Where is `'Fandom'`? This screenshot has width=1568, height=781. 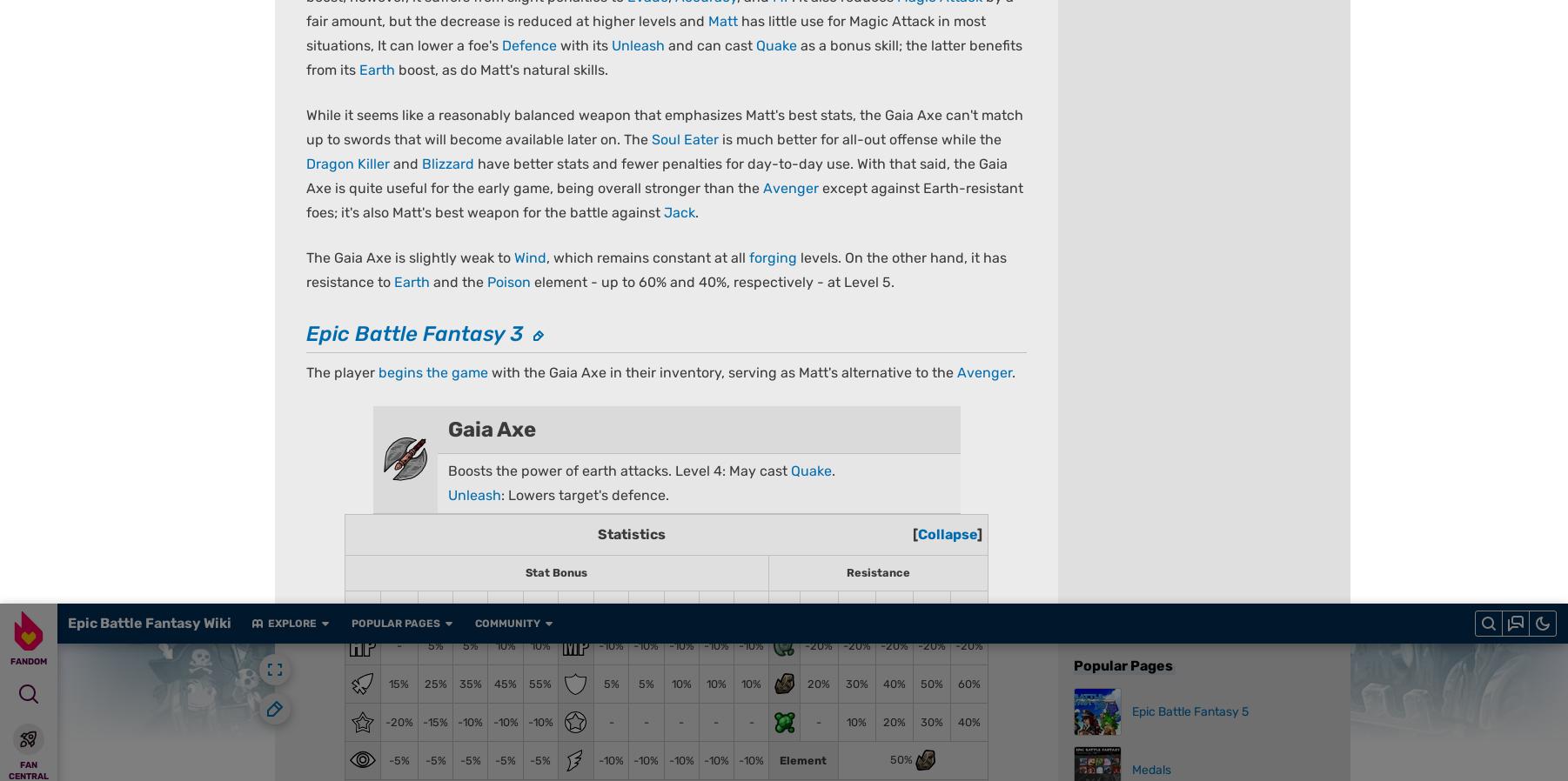
'Fandom' is located at coordinates (406, 669).